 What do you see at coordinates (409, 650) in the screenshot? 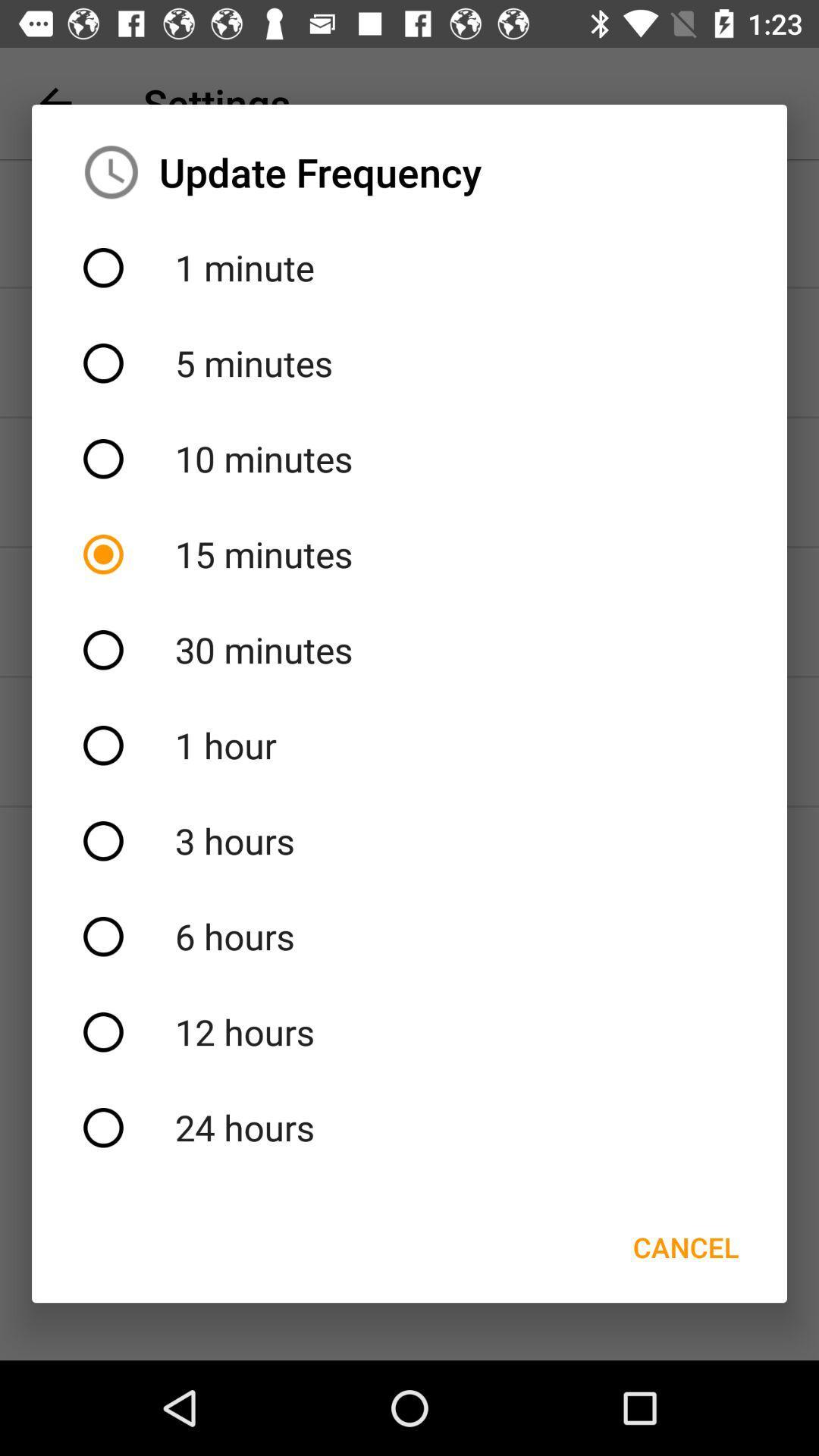
I see `the icon below 15 minutes item` at bounding box center [409, 650].